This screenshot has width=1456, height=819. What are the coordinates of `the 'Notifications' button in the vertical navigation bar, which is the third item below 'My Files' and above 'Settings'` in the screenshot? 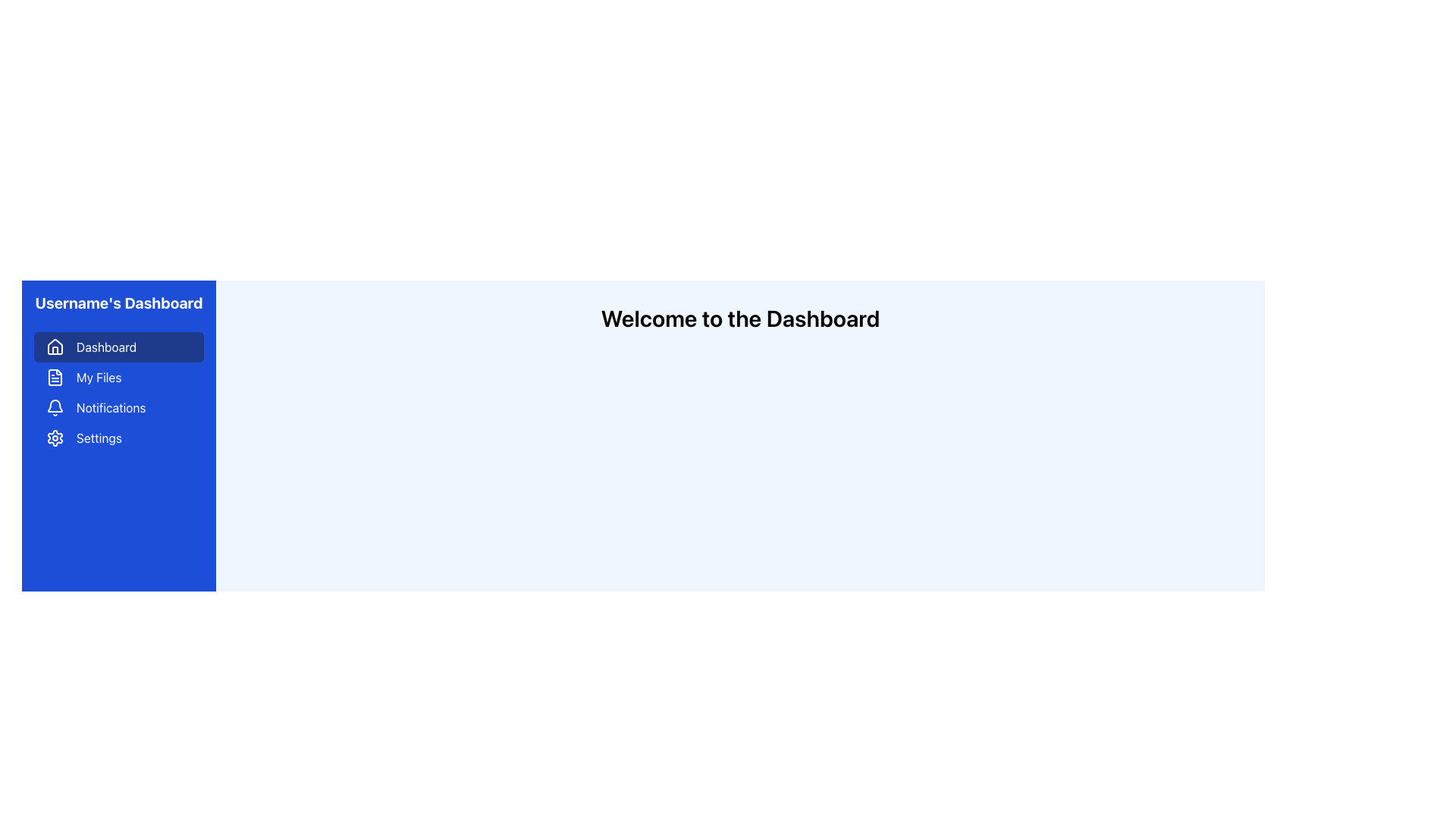 It's located at (118, 406).